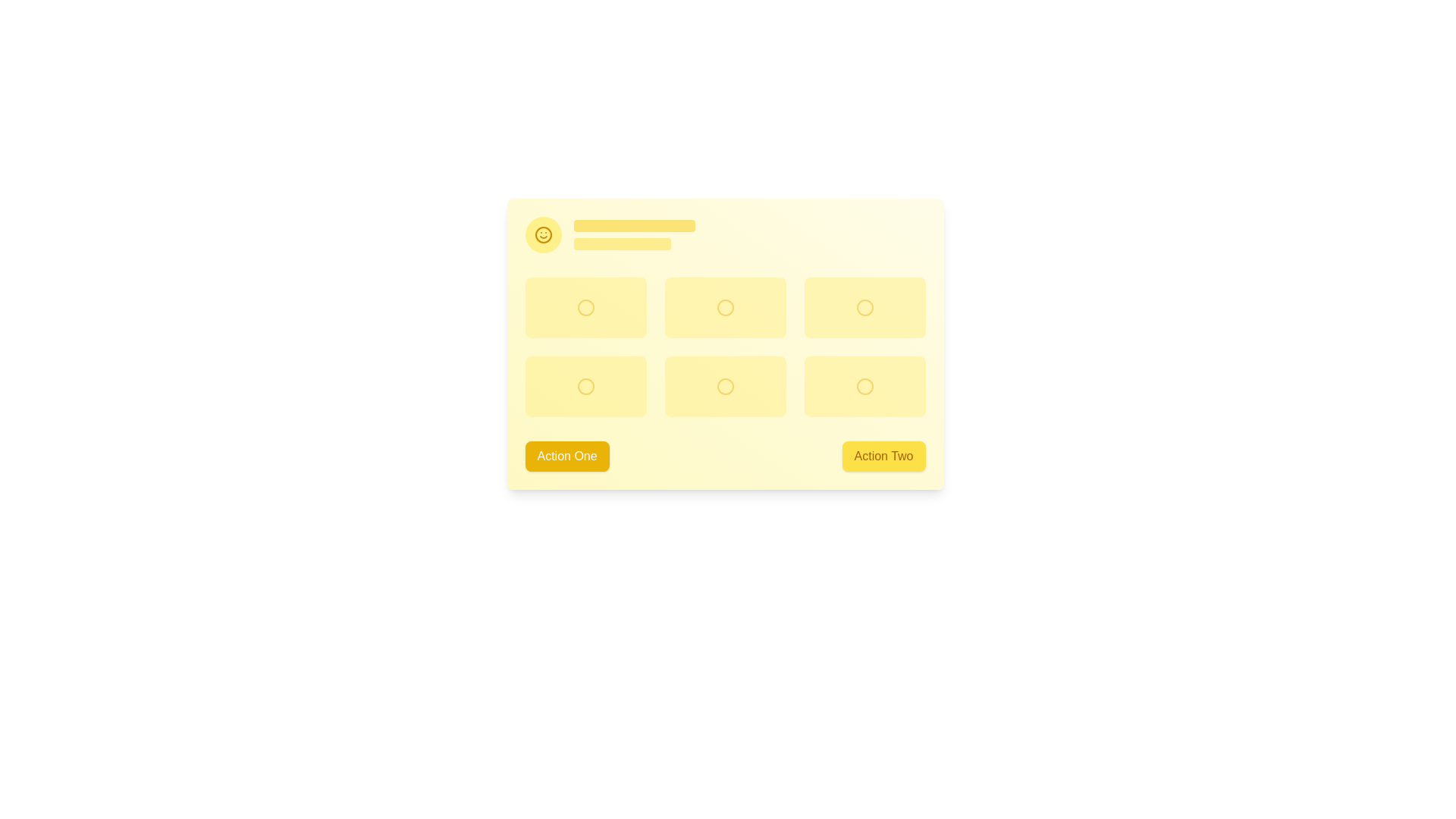  Describe the element at coordinates (864, 307) in the screenshot. I see `the yellow circular icon element, which is styled with a line stroke and positioned in the second row and third column of the grid layout` at that location.